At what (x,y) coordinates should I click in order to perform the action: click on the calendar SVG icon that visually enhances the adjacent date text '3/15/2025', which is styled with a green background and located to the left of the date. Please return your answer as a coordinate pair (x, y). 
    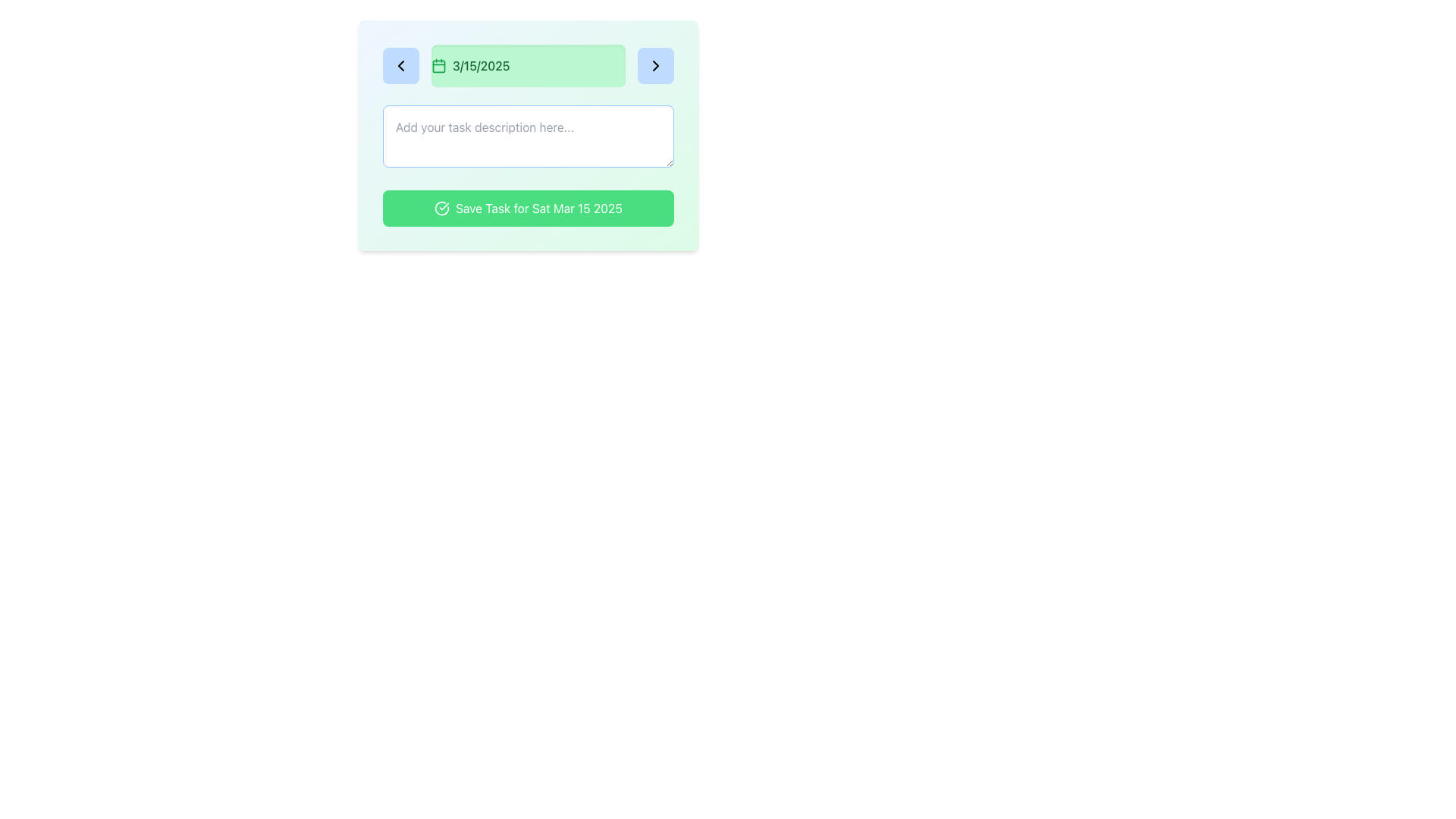
    Looking at the image, I should click on (438, 65).